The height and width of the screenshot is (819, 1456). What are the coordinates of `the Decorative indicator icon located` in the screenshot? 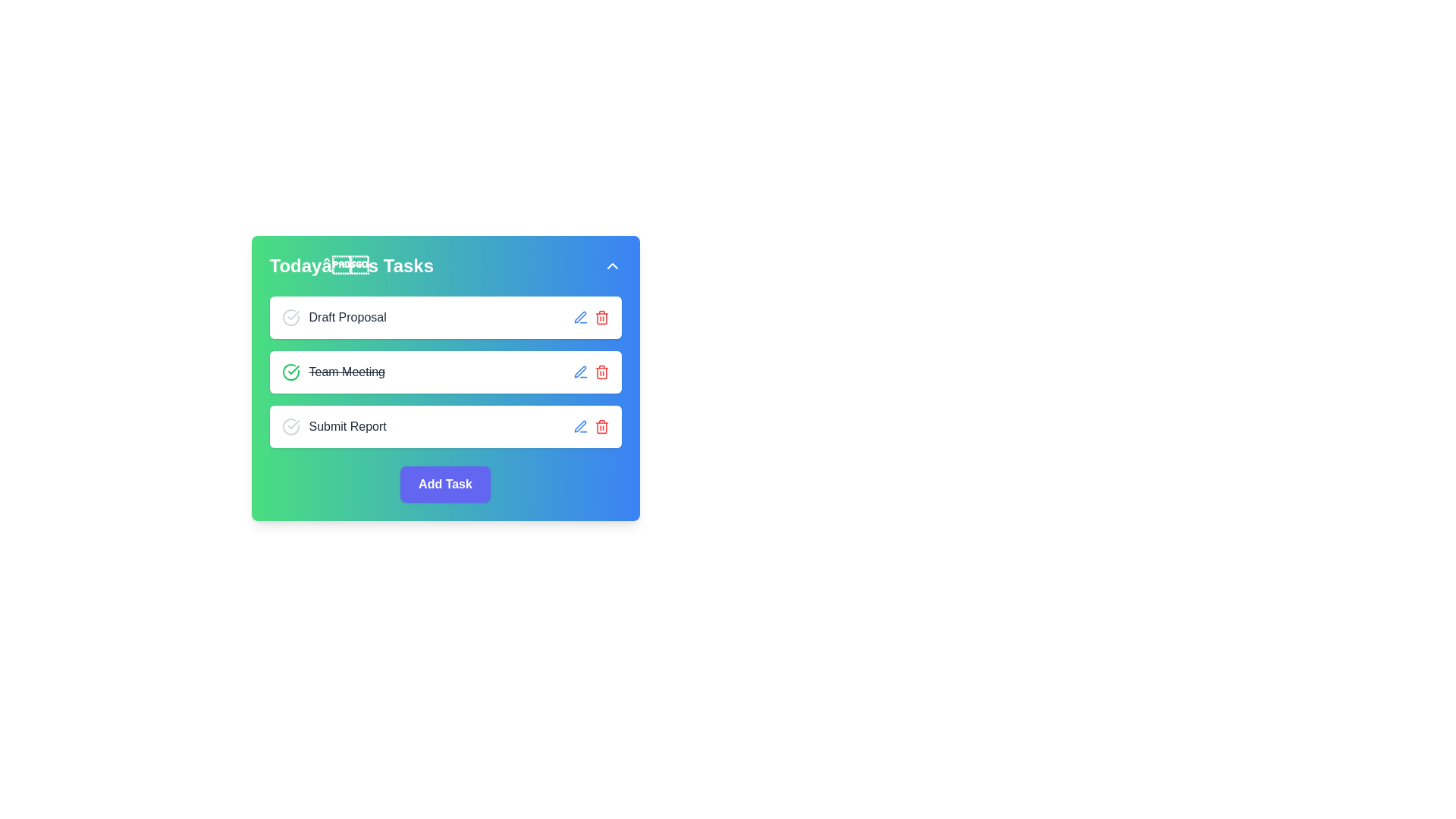 It's located at (290, 317).